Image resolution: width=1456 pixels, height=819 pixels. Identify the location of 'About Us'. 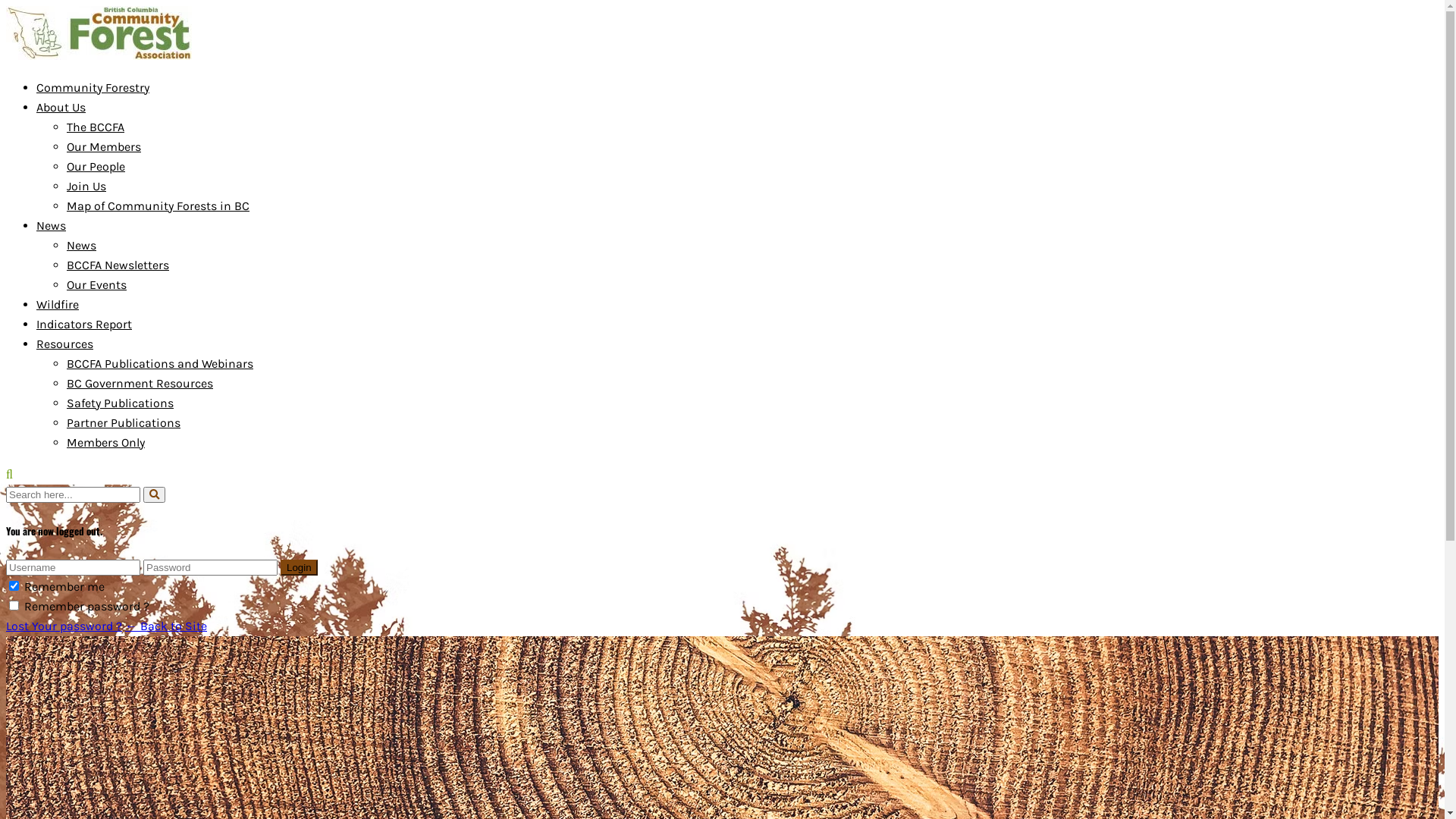
(61, 106).